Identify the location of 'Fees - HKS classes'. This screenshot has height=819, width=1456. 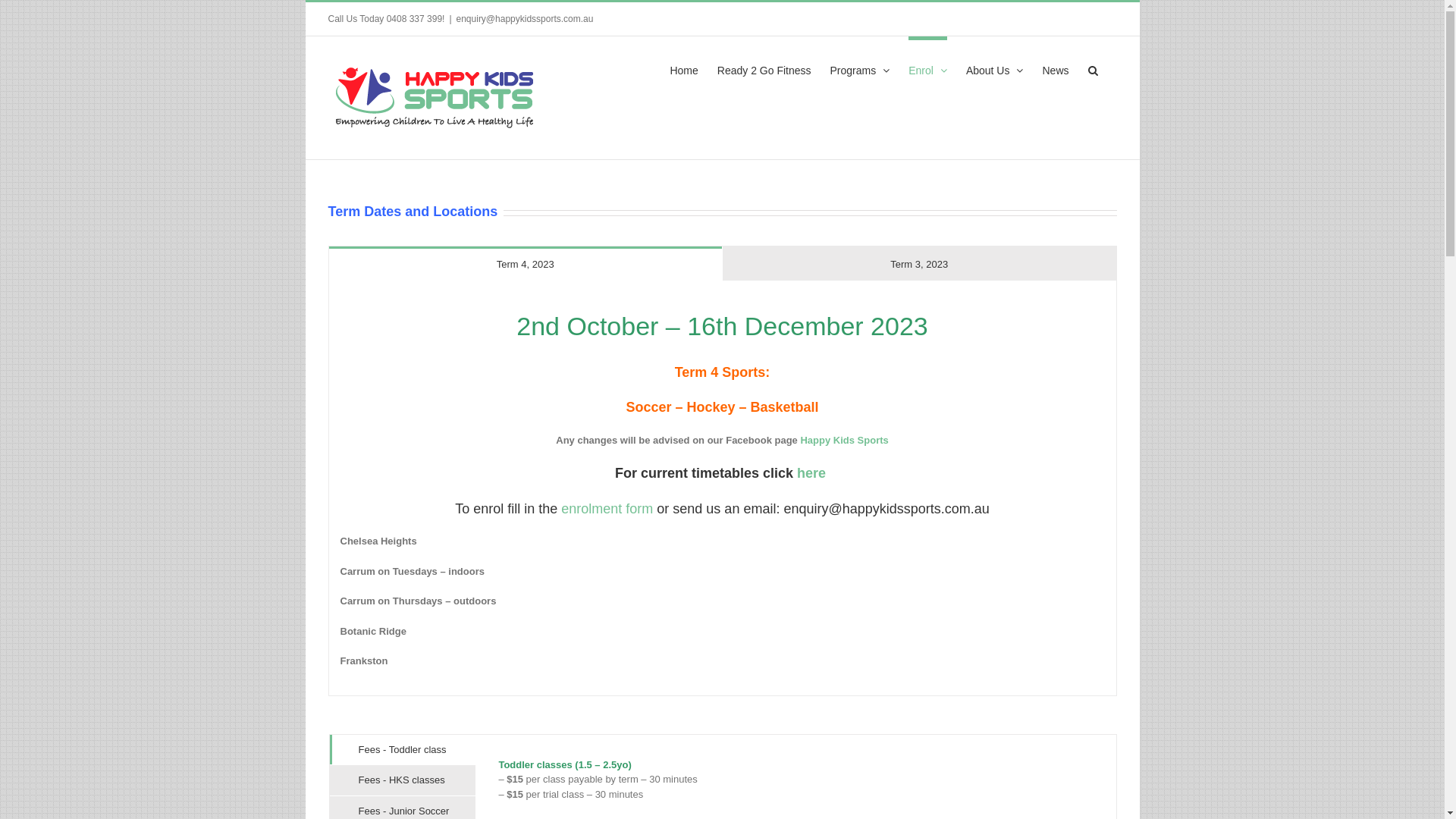
(402, 780).